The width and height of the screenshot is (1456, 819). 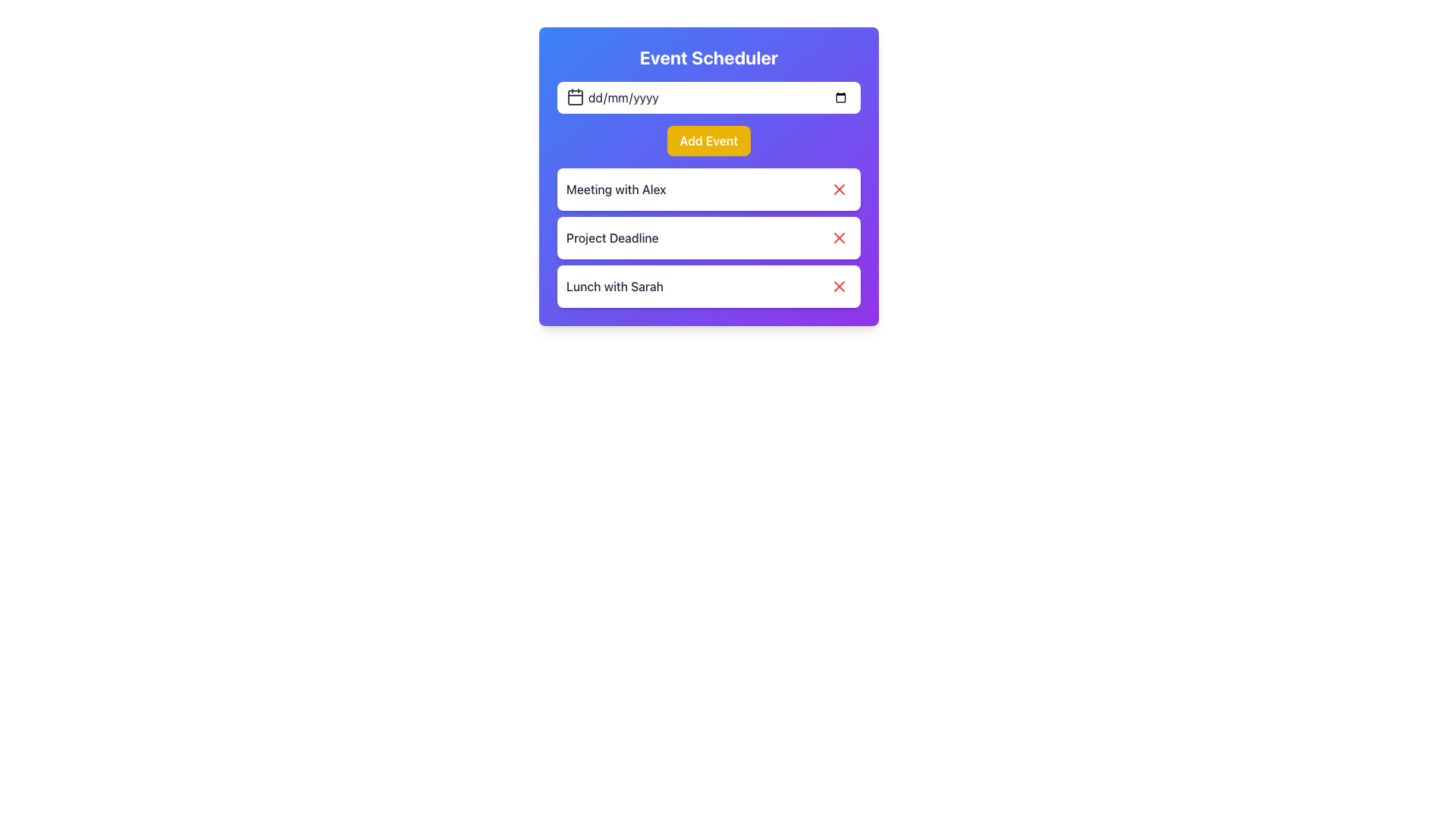 What do you see at coordinates (839, 237) in the screenshot?
I see `the small red circular button with a white 'X' symbol, located in the second row of the list next to 'Project Deadline', for visual feedback` at bounding box center [839, 237].